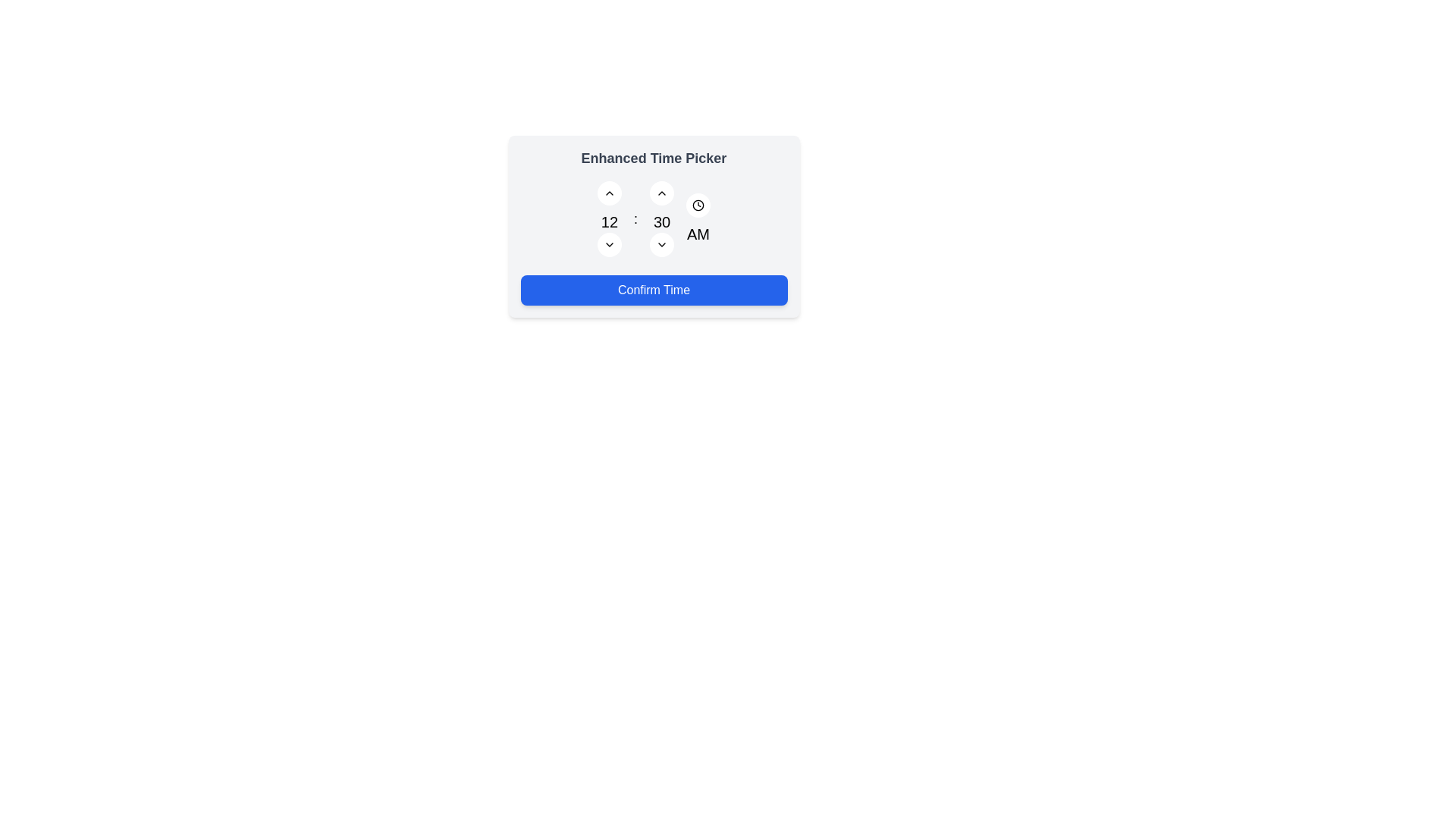  What do you see at coordinates (609, 192) in the screenshot?
I see `the upward-pointing arrow icon button located above the '12' input field in the time selector to increment the hour value` at bounding box center [609, 192].